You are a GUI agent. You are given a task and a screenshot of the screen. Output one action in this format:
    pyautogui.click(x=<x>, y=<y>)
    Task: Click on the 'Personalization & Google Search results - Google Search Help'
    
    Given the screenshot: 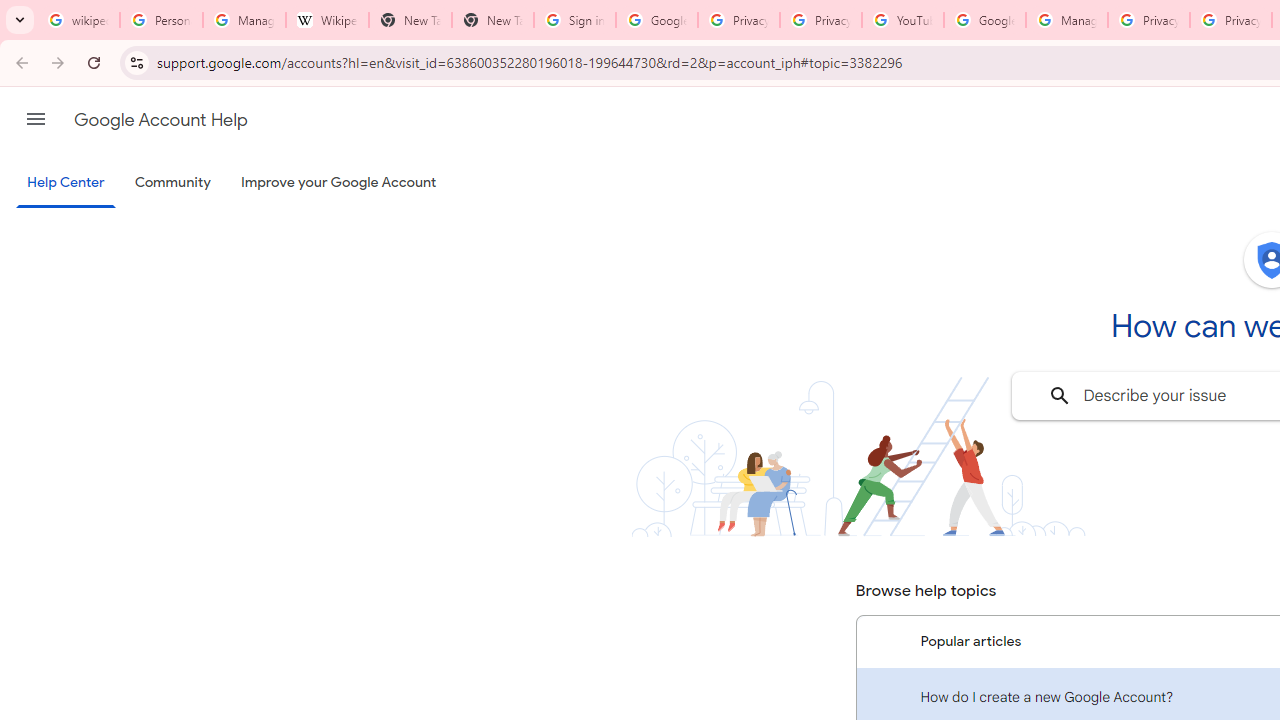 What is the action you would take?
    pyautogui.click(x=161, y=20)
    